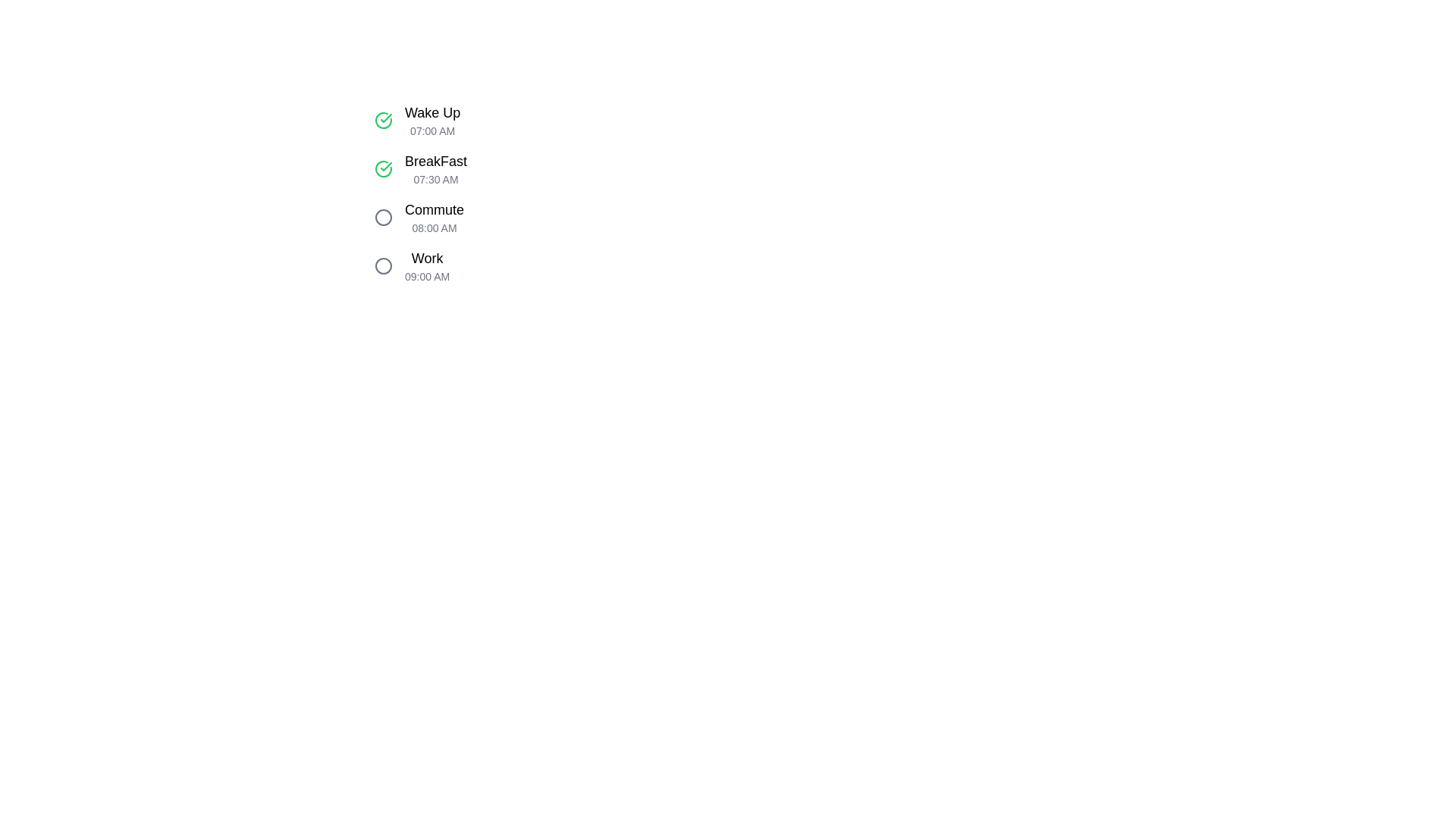 This screenshot has height=819, width=1456. I want to click on text from the 'BreakFast' label which is positioned below the 'Wake Up' label and above the '07:30 AM' text, so click(435, 161).